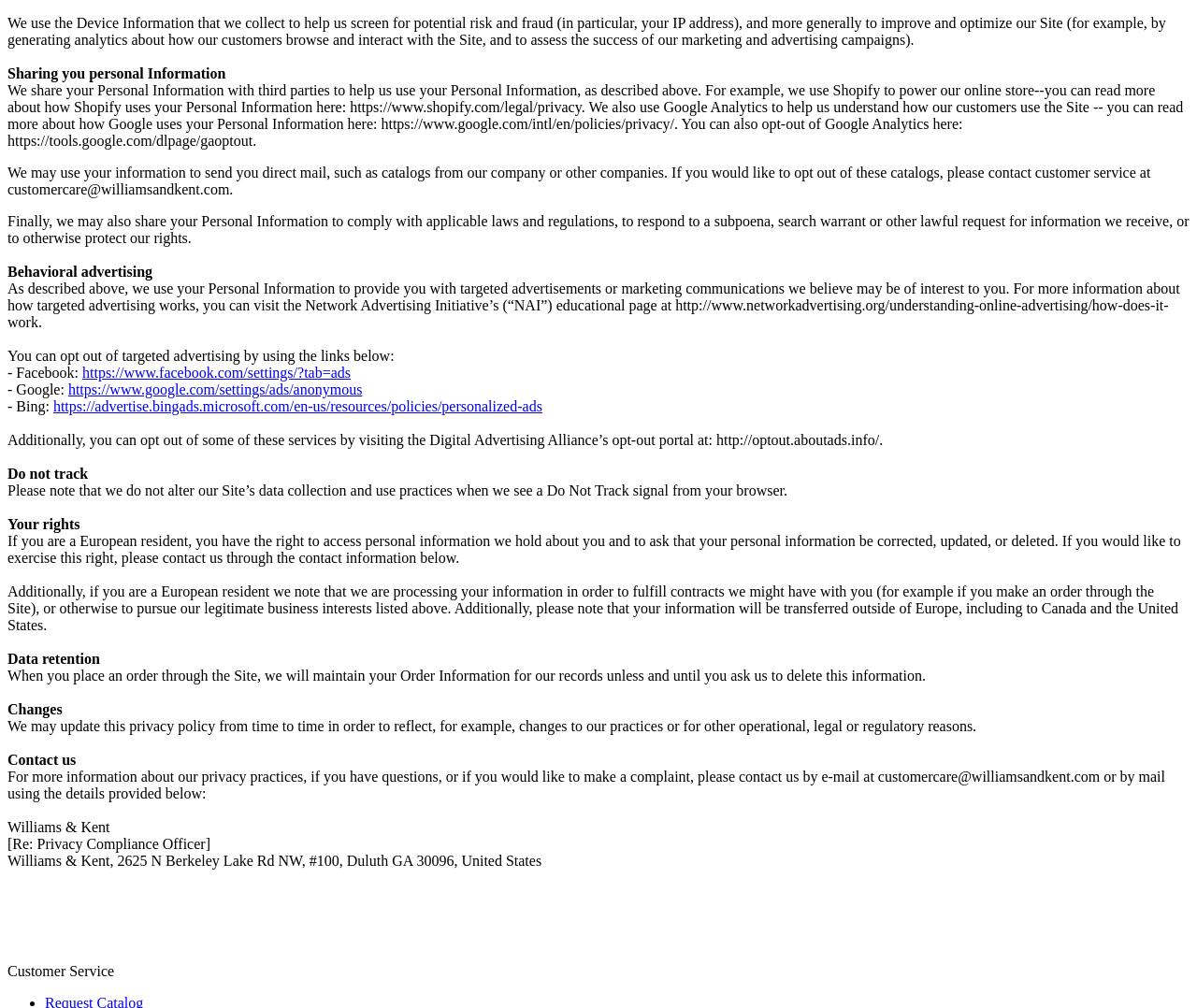  I want to click on 'https://www.facebook.com/settings/?tab=ads', so click(216, 370).